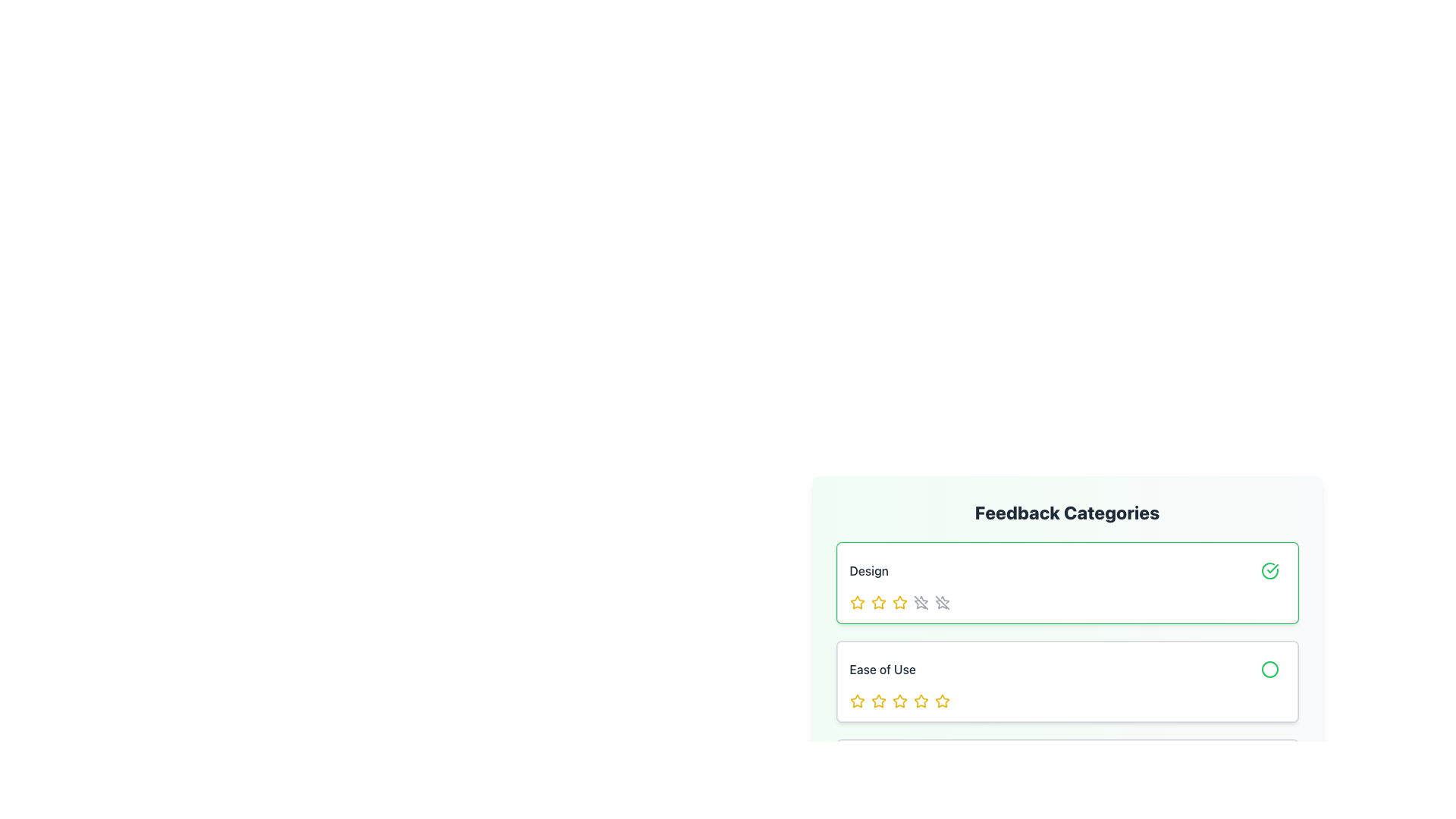 The height and width of the screenshot is (819, 1456). Describe the element at coordinates (878, 701) in the screenshot. I see `the second star in the 'Ease of Use' rating section` at that location.